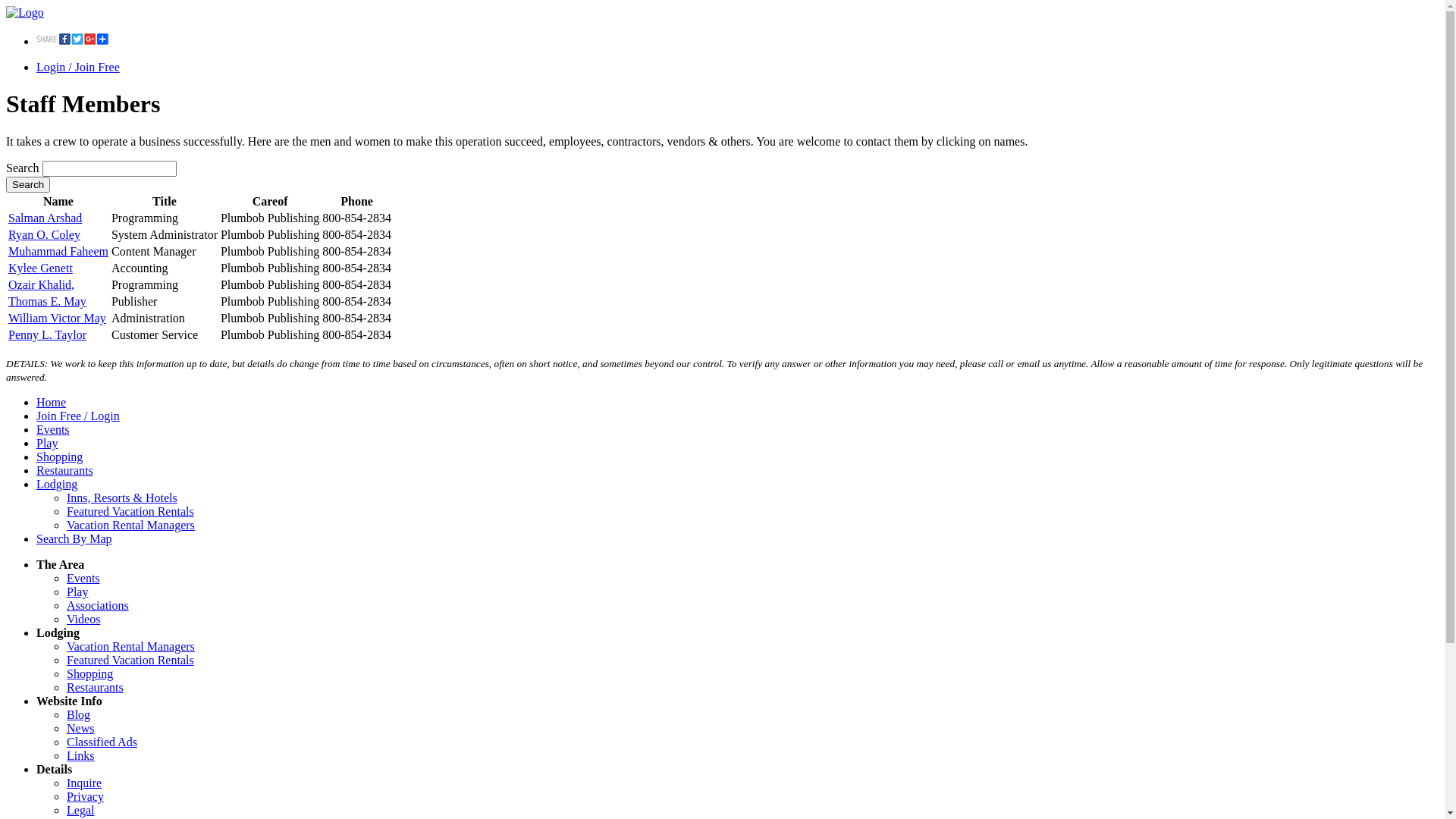 This screenshot has width=1456, height=819. Describe the element at coordinates (41, 284) in the screenshot. I see `'Ozair Khalid,'` at that location.